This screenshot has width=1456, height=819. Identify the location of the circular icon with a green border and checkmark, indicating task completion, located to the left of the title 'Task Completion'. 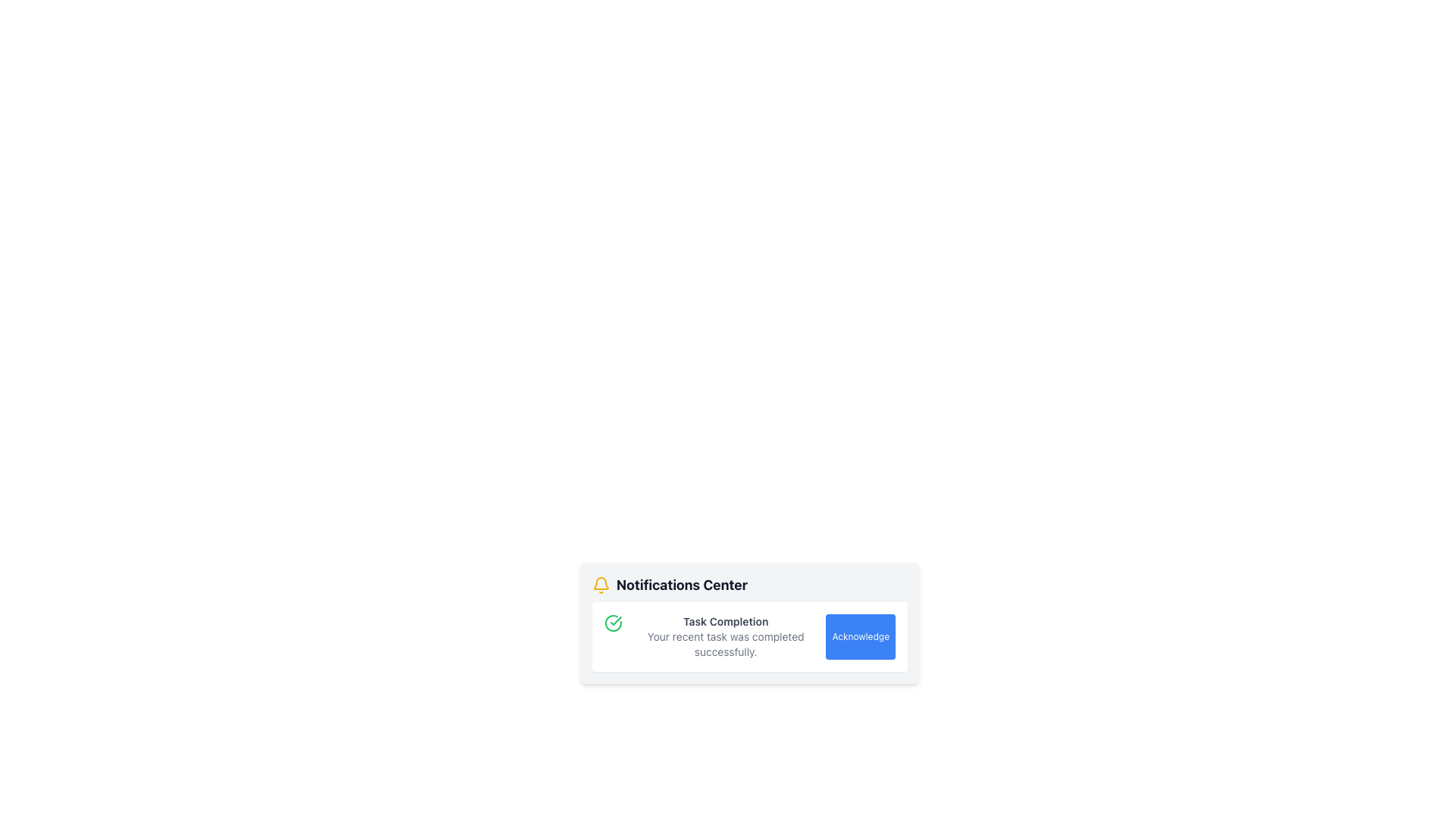
(613, 623).